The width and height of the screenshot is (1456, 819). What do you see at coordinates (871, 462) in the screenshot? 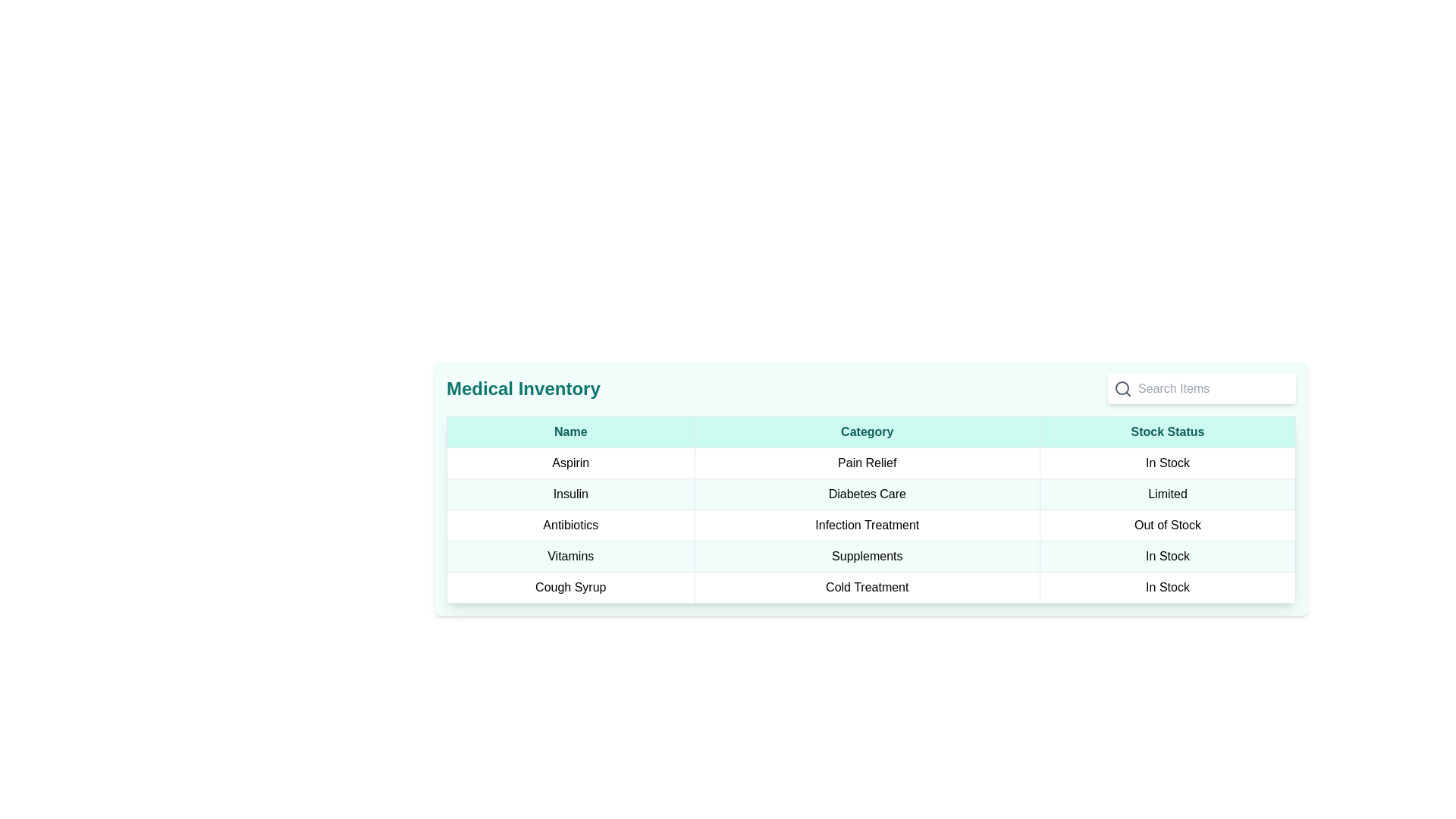
I see `the 'Category' cell in the first row of the inventory table for the product 'Aspirin'` at bounding box center [871, 462].